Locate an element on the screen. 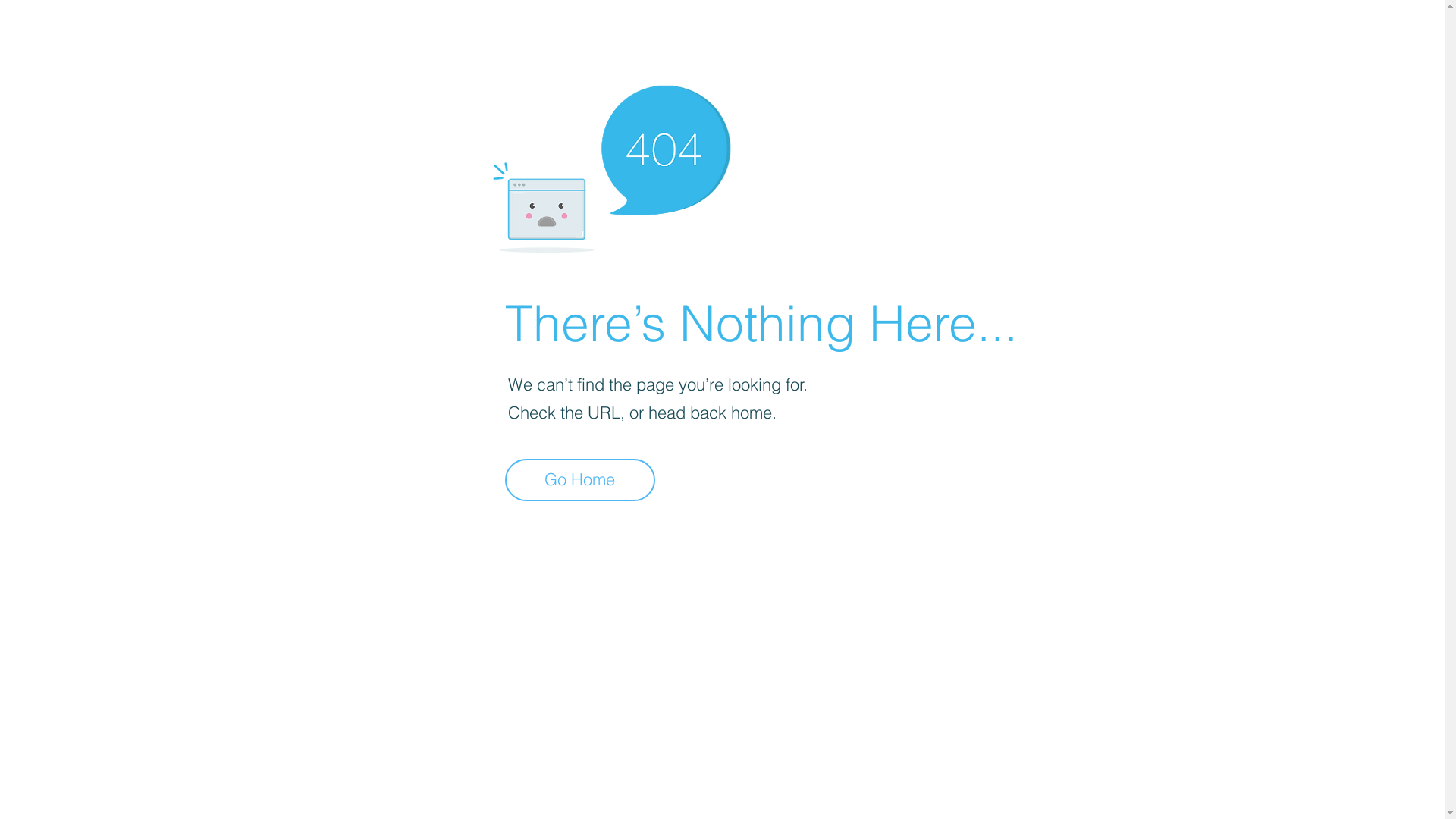  '404-icon_2.png' is located at coordinates (610, 165).